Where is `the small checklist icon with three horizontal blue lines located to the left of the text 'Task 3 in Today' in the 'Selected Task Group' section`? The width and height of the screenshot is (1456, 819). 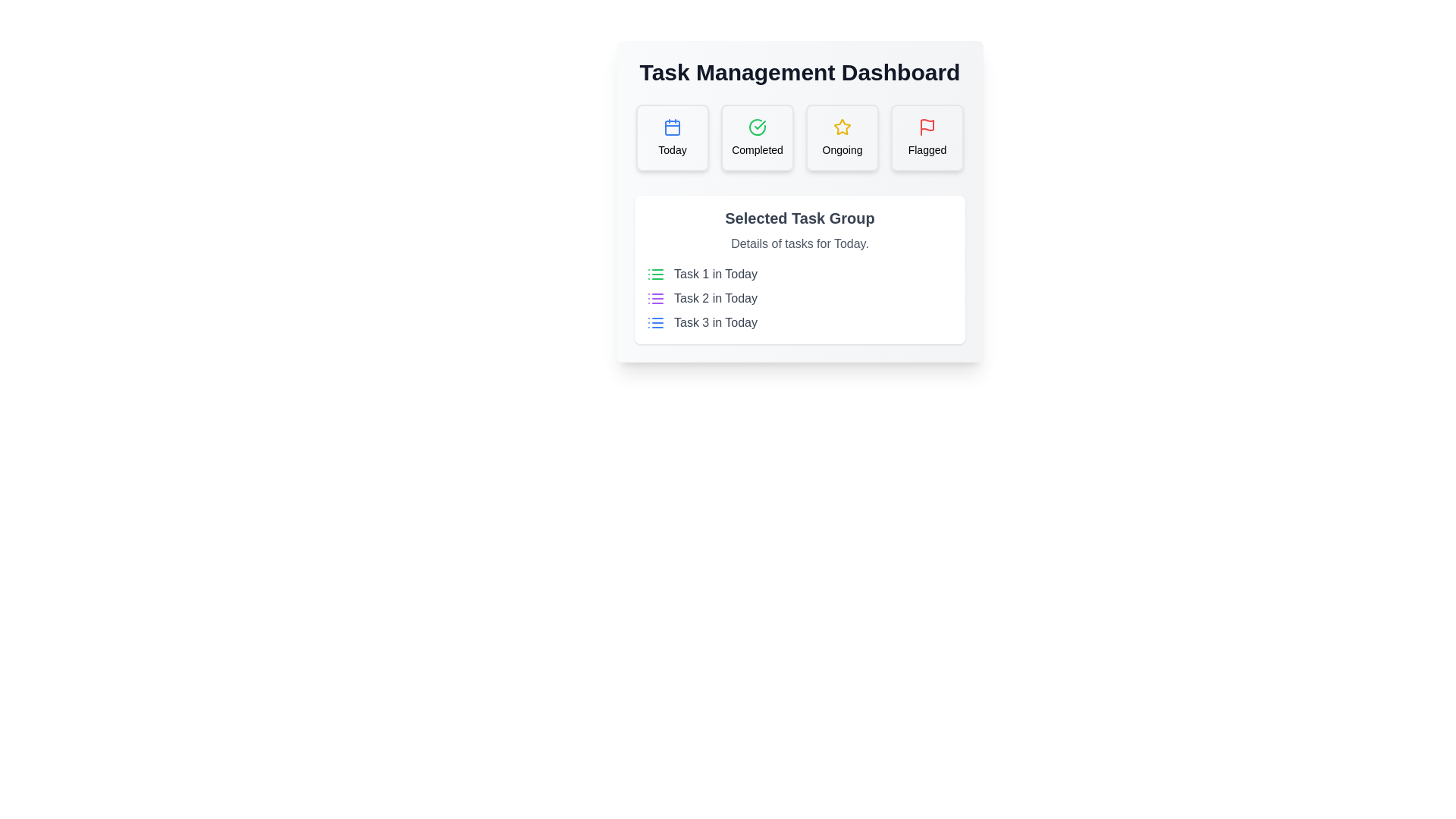 the small checklist icon with three horizontal blue lines located to the left of the text 'Task 3 in Today' in the 'Selected Task Group' section is located at coordinates (655, 322).